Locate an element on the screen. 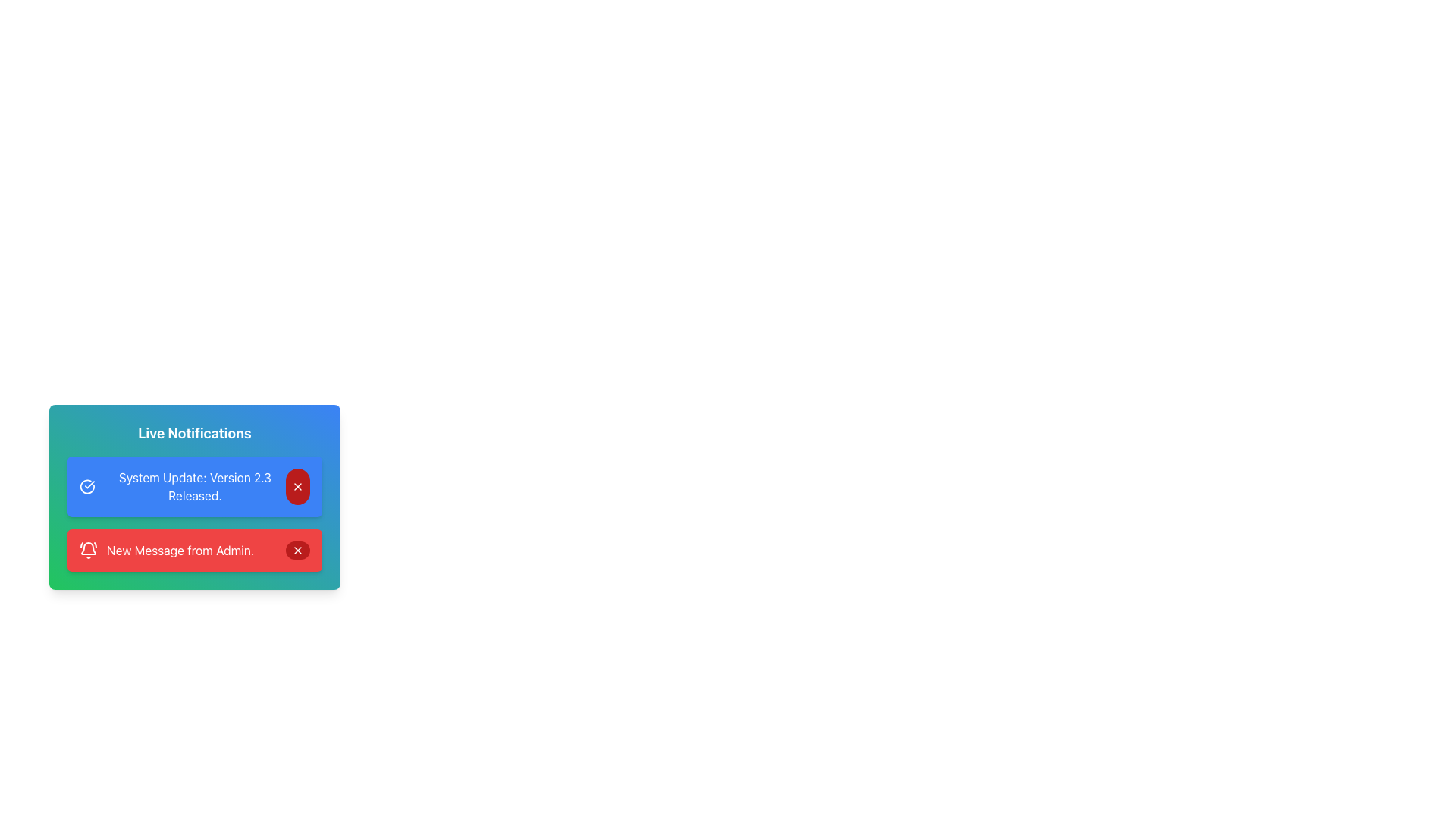  the second notification in the 'Live Notifications' panel, which has a bell icon and a red background is located at coordinates (167, 550).